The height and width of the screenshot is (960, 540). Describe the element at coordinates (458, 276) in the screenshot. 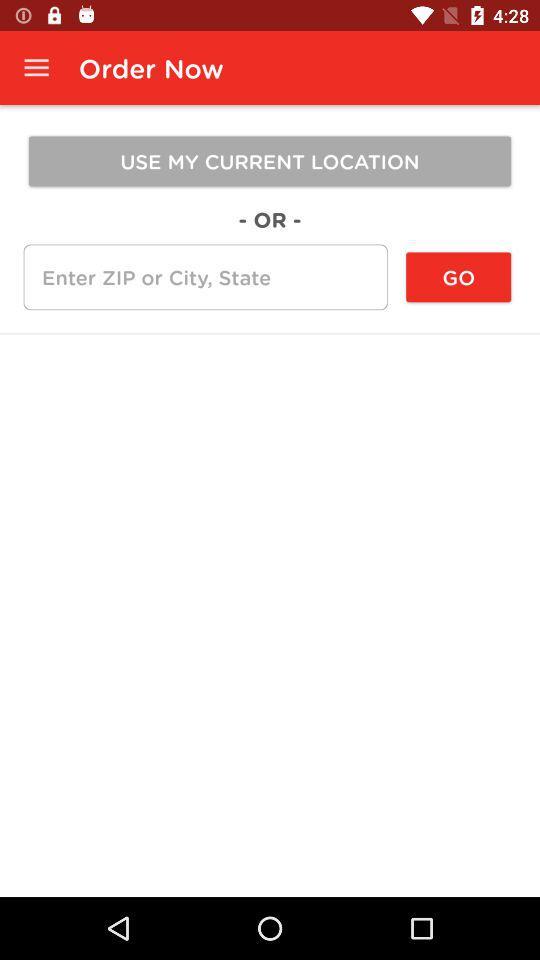

I see `the go at the top right corner` at that location.